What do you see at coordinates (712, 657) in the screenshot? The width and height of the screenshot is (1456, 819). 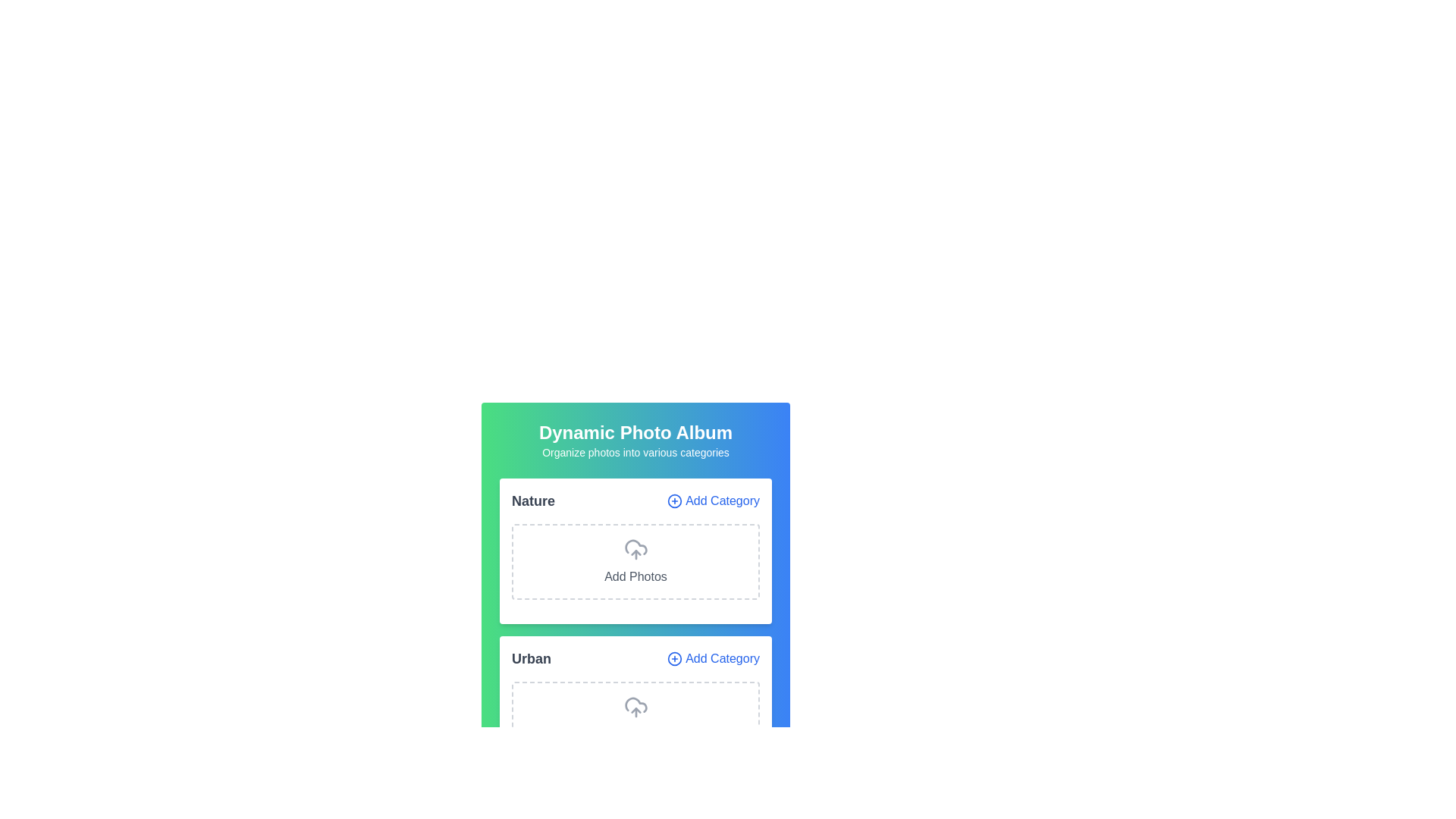 I see `the 'Add Category' button located at the bottom-right corner of the 'Urban' section` at bounding box center [712, 657].